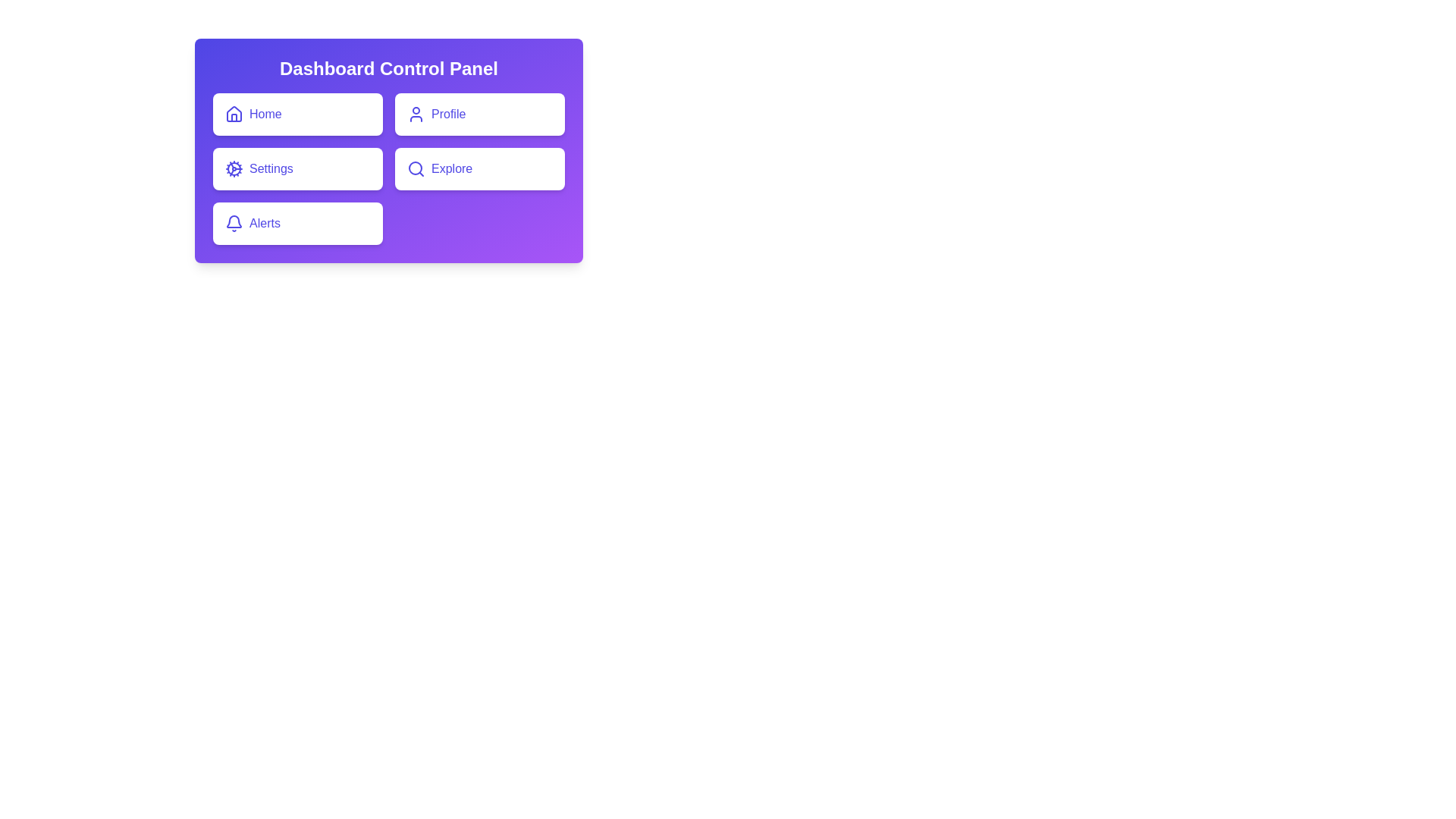 The width and height of the screenshot is (1456, 819). I want to click on the button located in the second row and second column of the grid layout, which is positioned to the right of 'Settings' and above 'Alerts', so click(479, 169).